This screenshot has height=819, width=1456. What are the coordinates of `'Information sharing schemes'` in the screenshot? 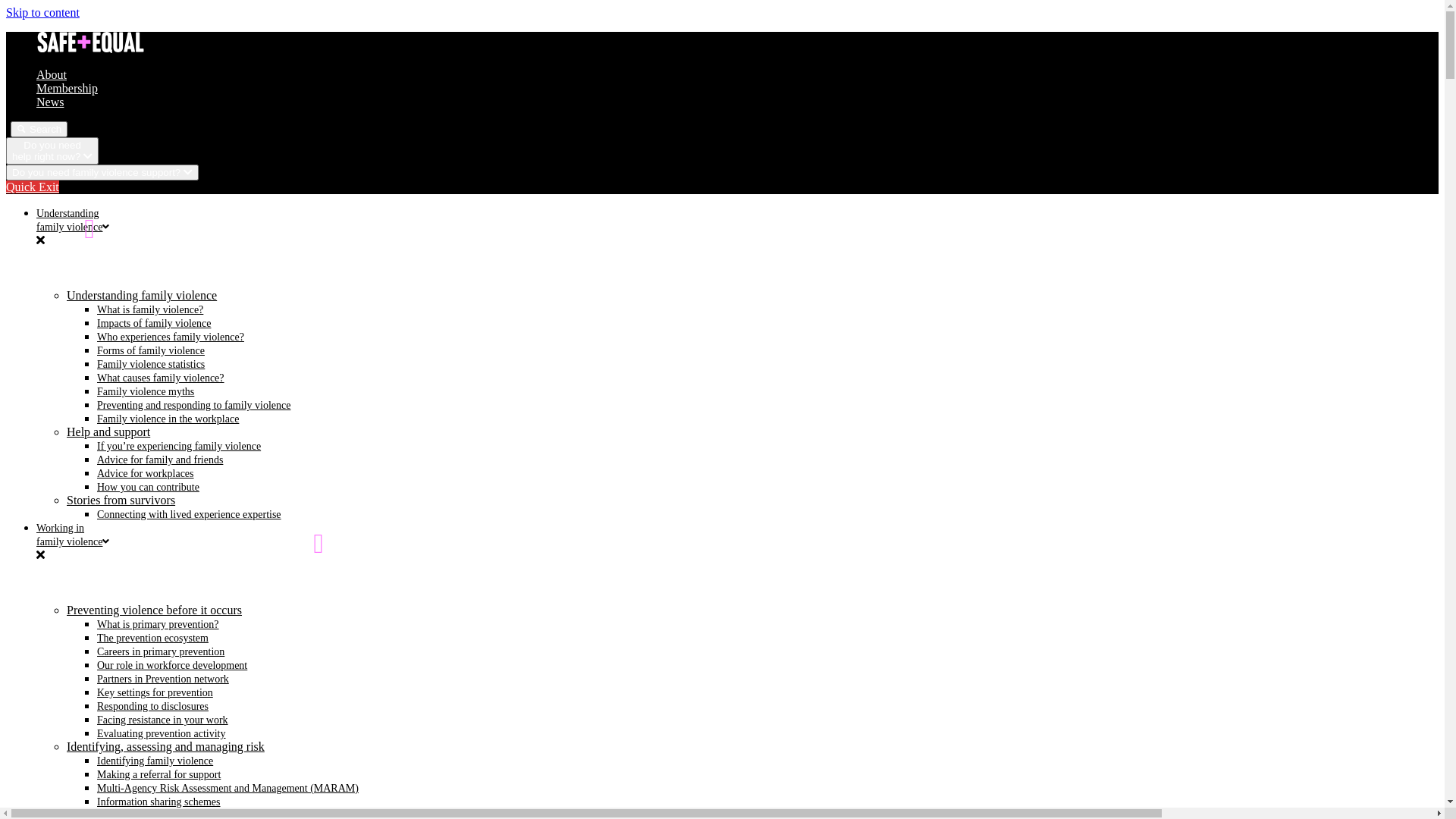 It's located at (158, 801).